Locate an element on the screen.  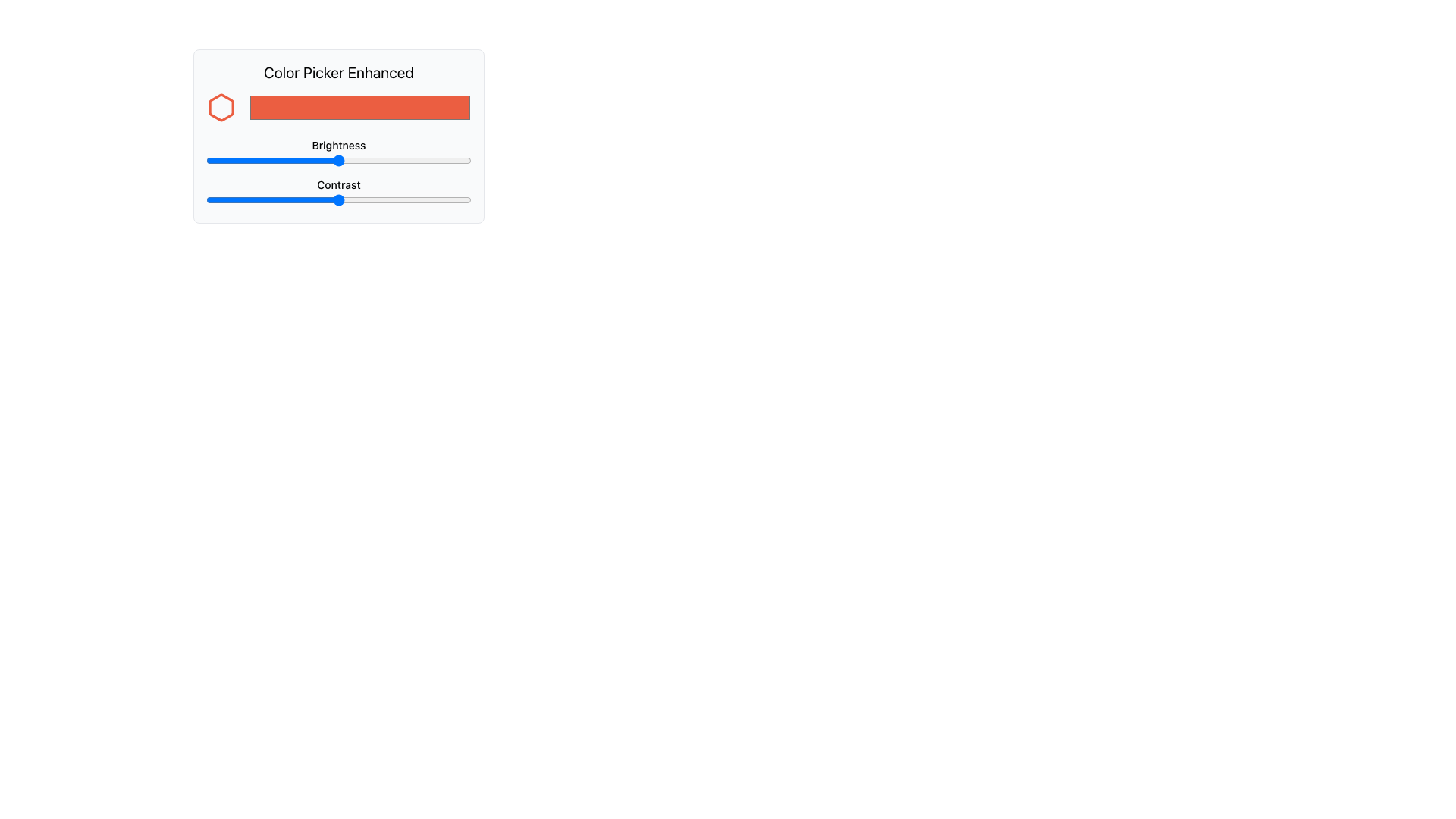
the red hexagonal SVG icon with a white internal fill and red border located in the top-left corner of the card, beside the title 'Color Picker Enhanced' is located at coordinates (221, 107).